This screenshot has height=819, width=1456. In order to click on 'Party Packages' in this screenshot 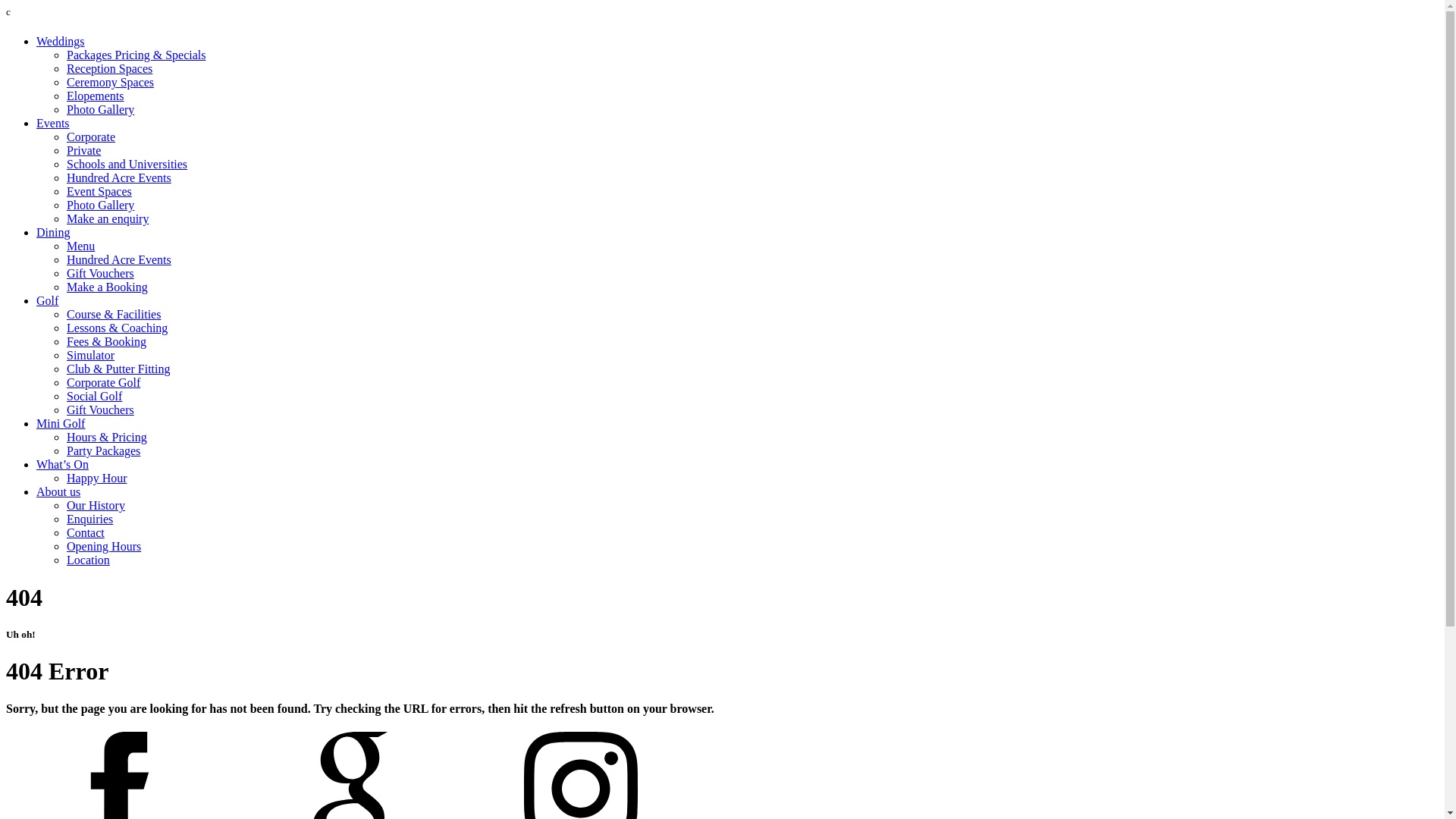, I will do `click(102, 450)`.